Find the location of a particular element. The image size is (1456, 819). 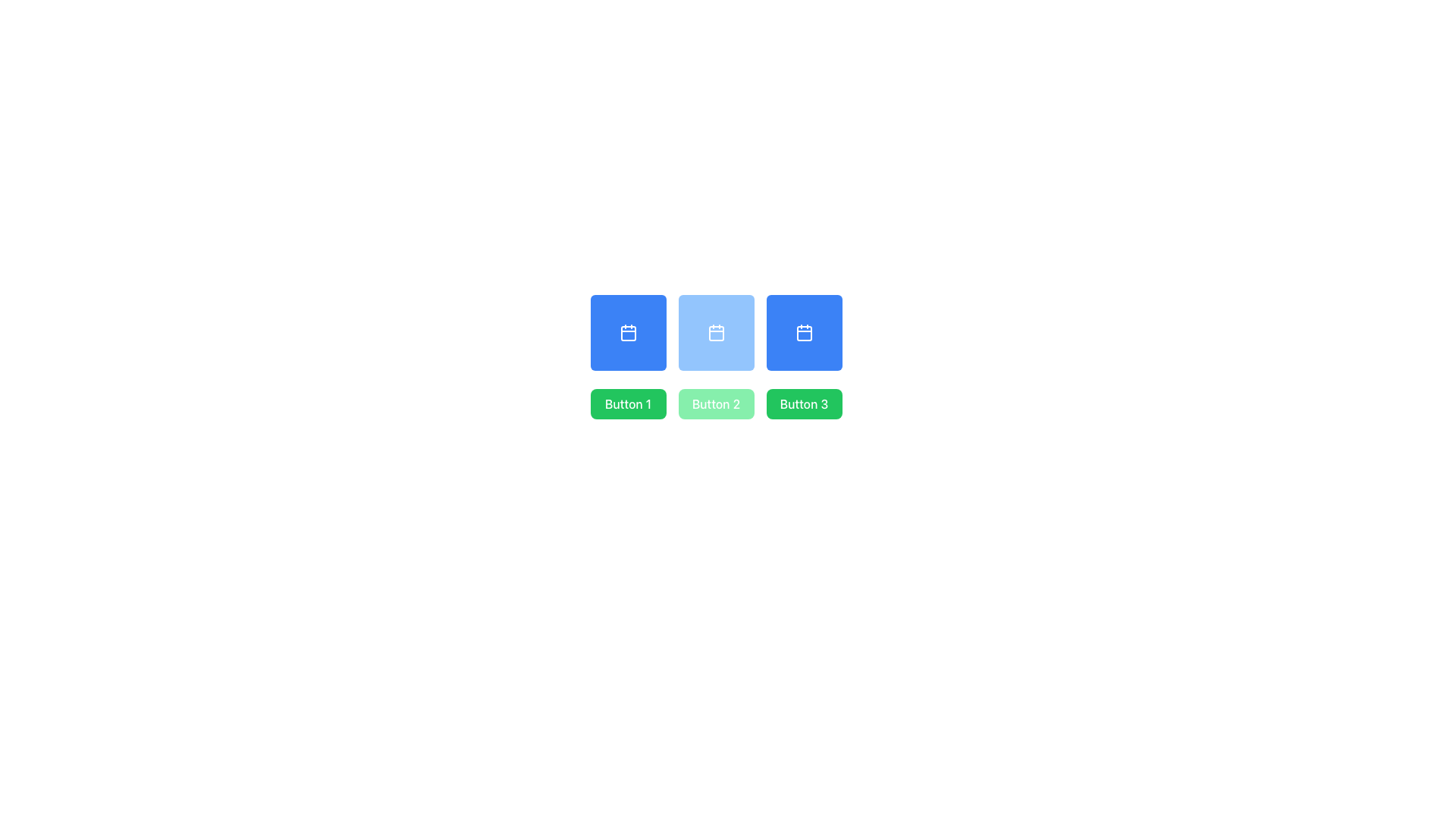

the second graphical icon in a horizontal row of three square elements, which represents a calendar or date-related feature is located at coordinates (715, 332).